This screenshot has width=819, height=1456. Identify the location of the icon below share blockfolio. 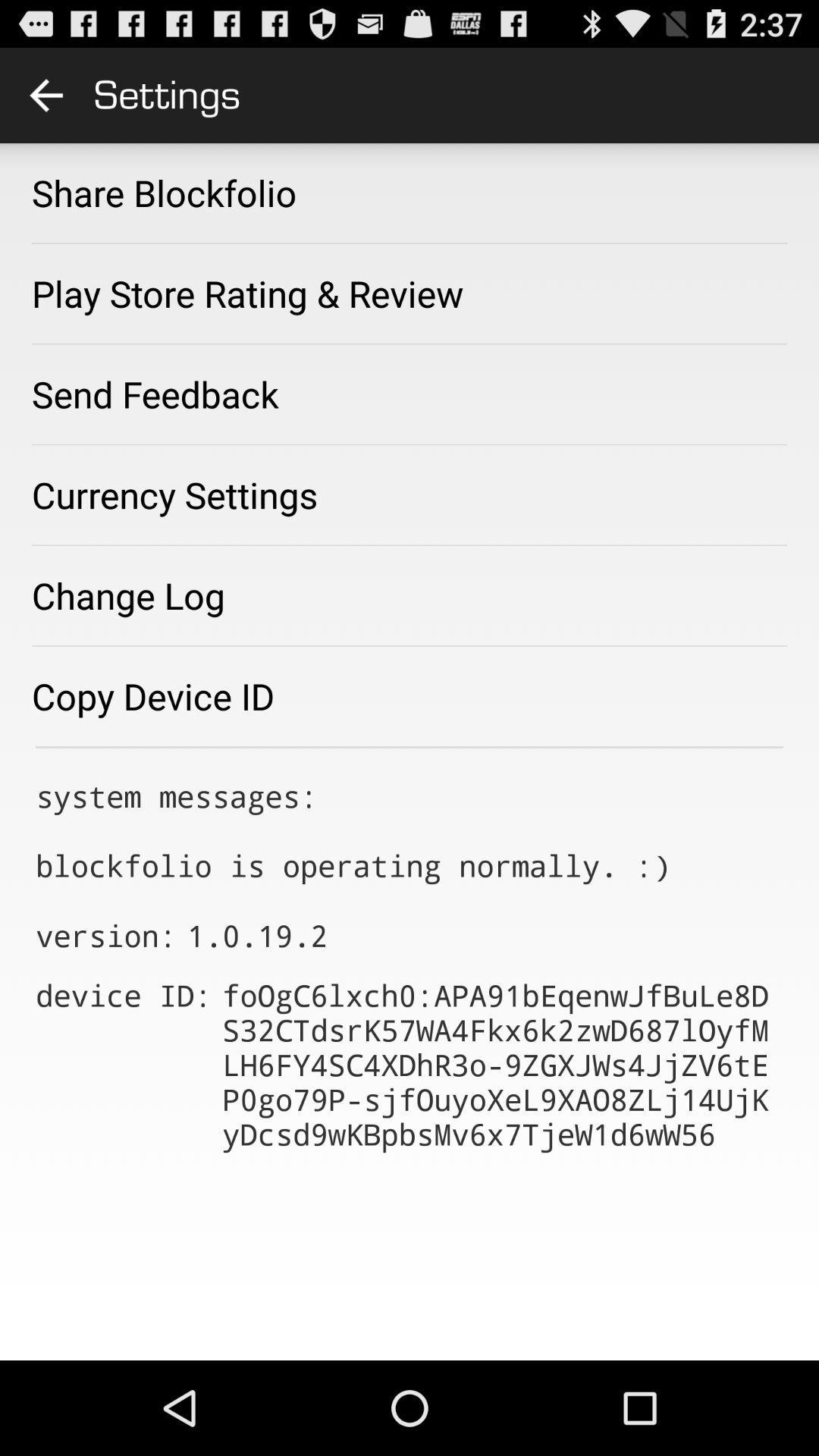
(246, 293).